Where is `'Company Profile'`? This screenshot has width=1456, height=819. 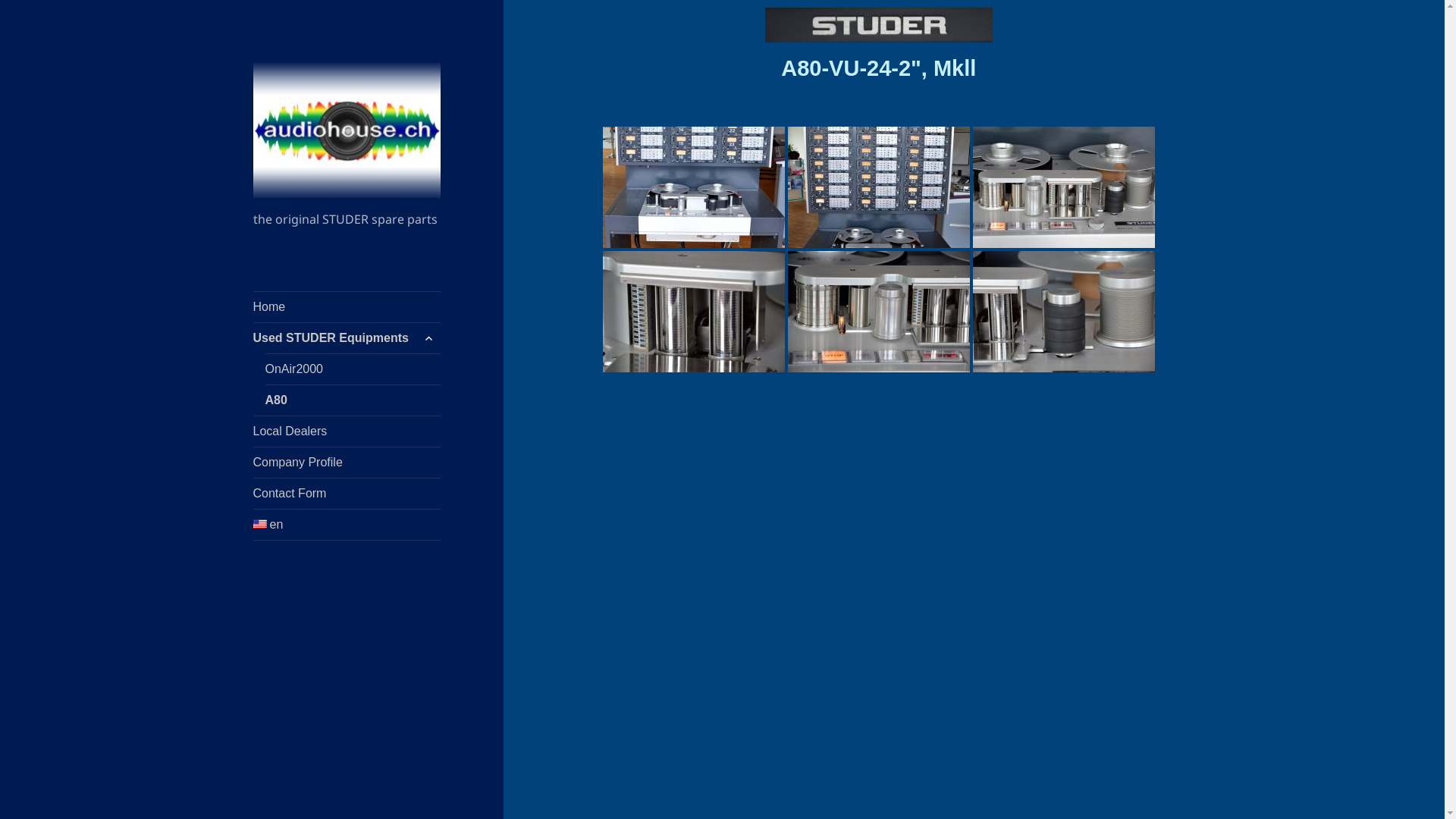 'Company Profile' is located at coordinates (346, 461).